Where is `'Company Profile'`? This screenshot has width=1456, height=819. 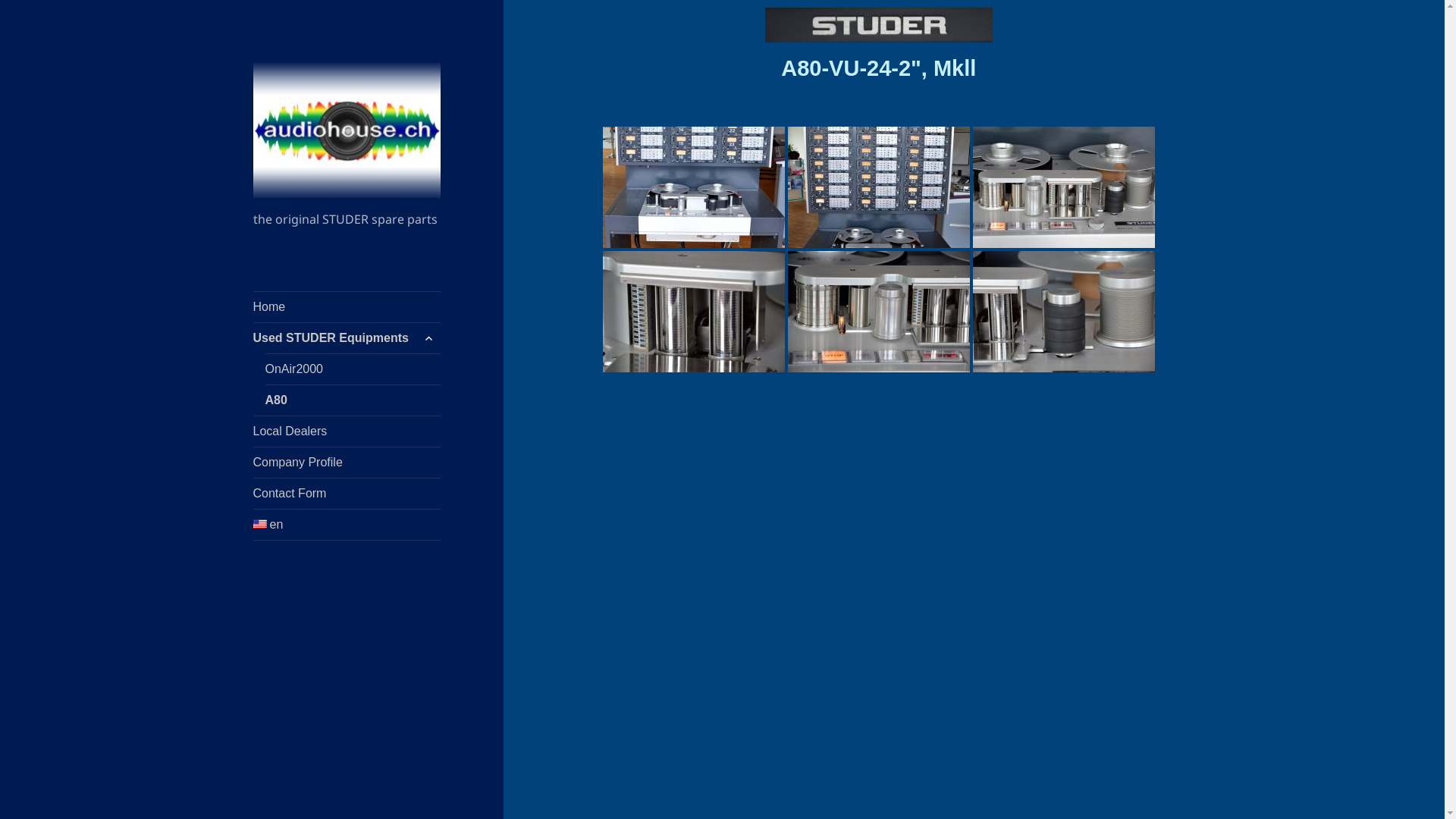 'Company Profile' is located at coordinates (346, 461).